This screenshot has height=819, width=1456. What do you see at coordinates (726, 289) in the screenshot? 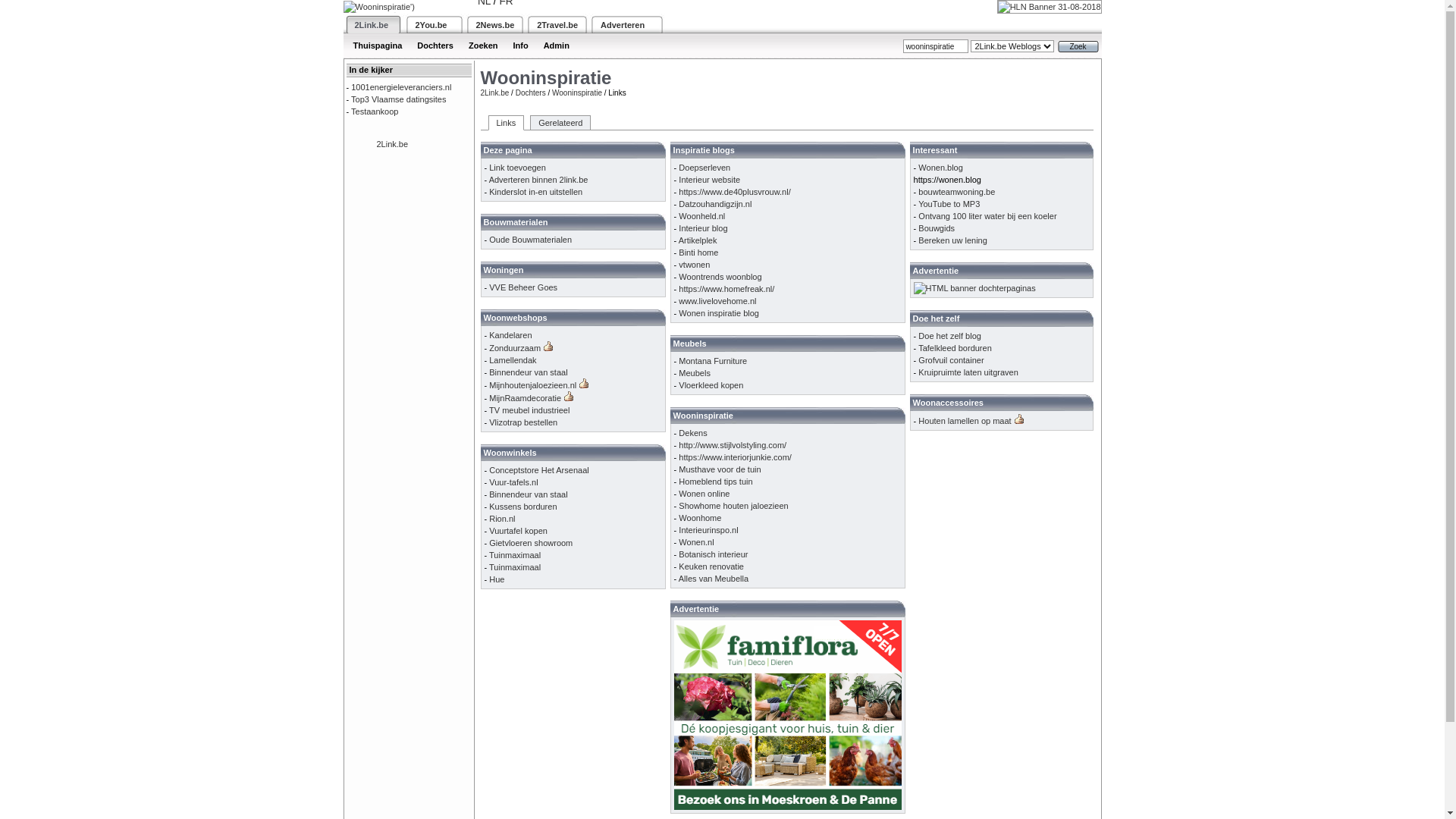
I see `'https://www.homefreak.nl/'` at bounding box center [726, 289].